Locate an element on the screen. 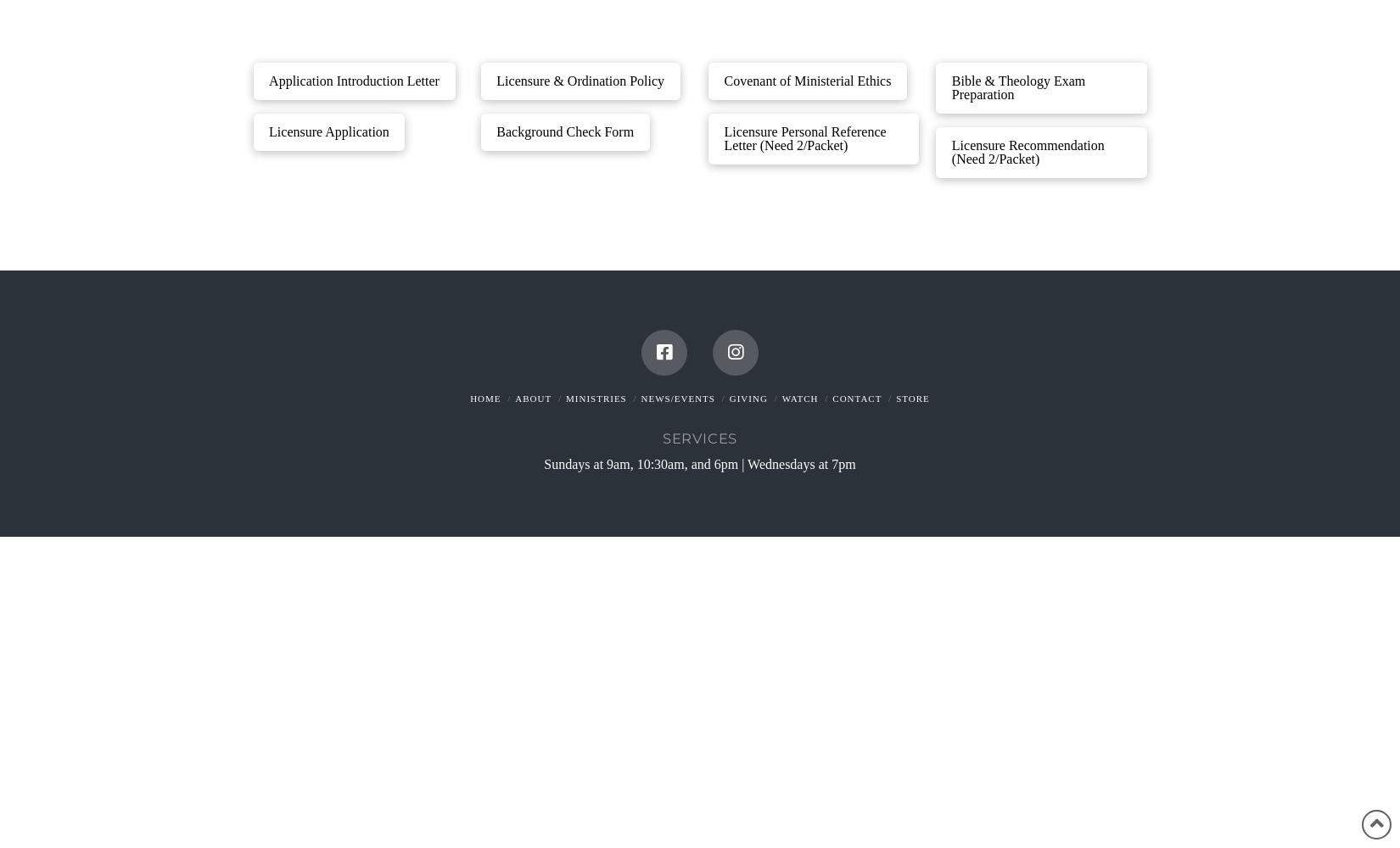  'Bible & Theology Exam Preparation' is located at coordinates (951, 86).